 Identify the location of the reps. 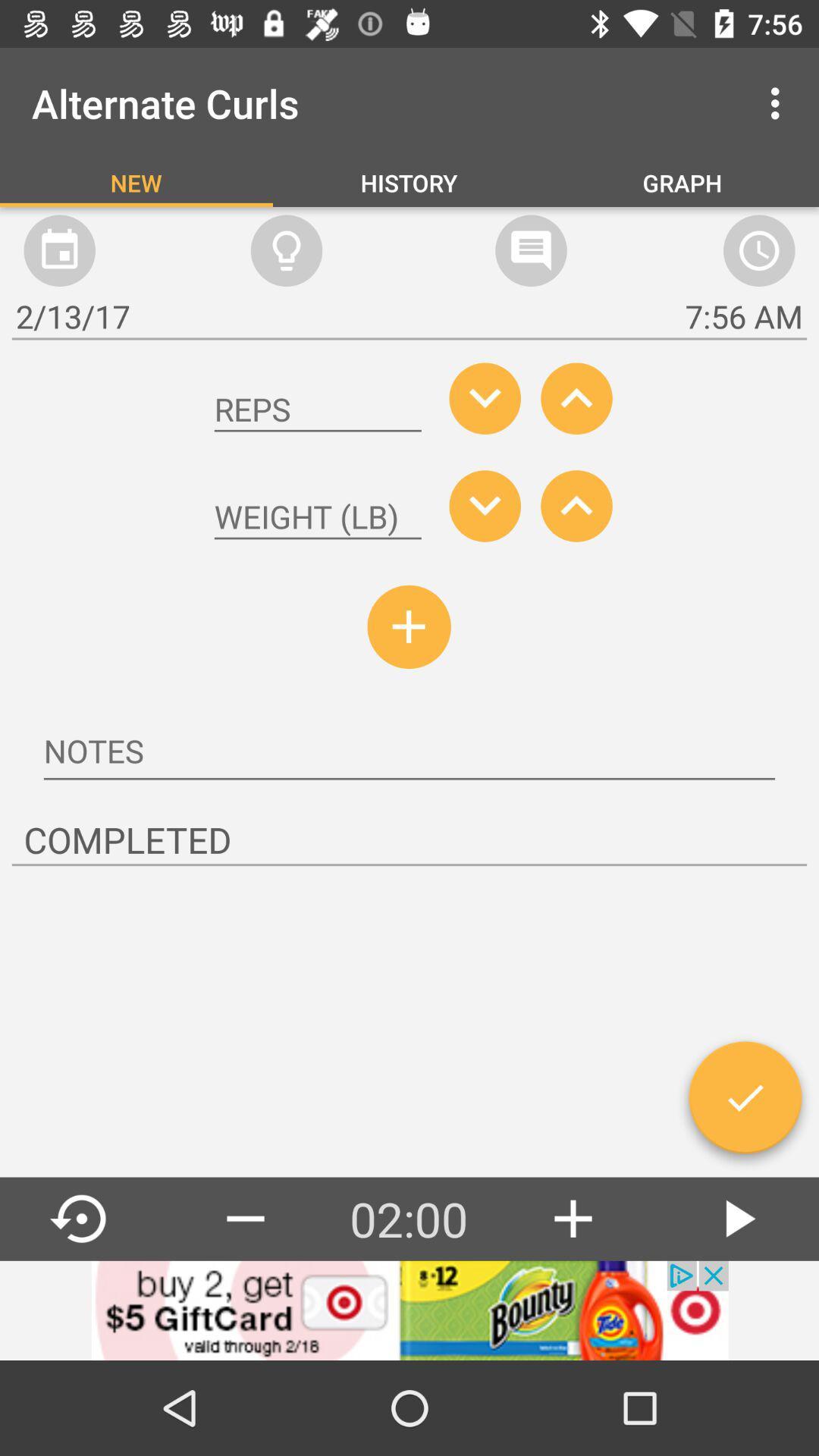
(317, 409).